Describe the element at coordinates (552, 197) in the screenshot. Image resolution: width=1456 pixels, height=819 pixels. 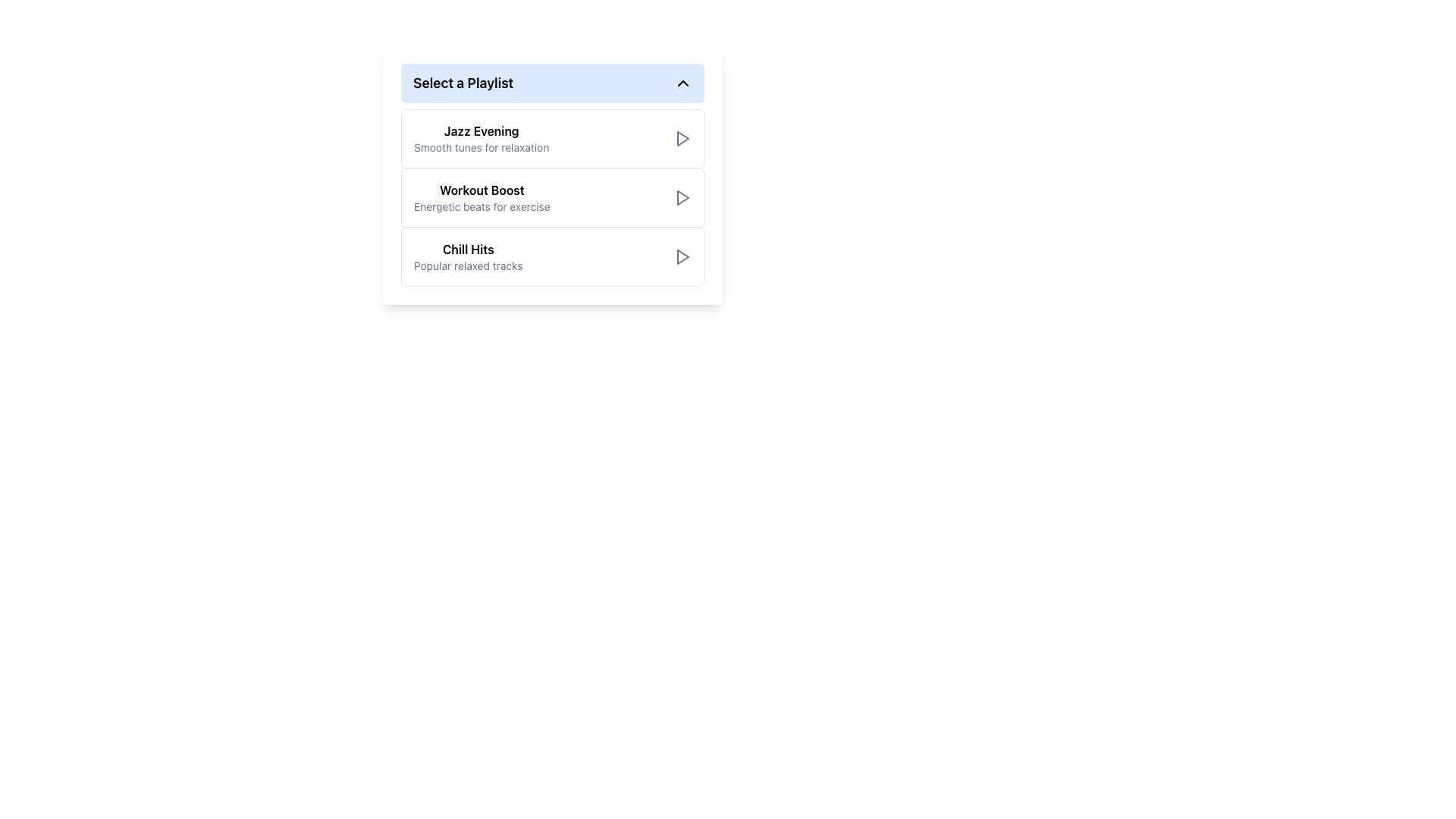
I see `the selectable playlist entry labeled 'Workout Boost'` at that location.